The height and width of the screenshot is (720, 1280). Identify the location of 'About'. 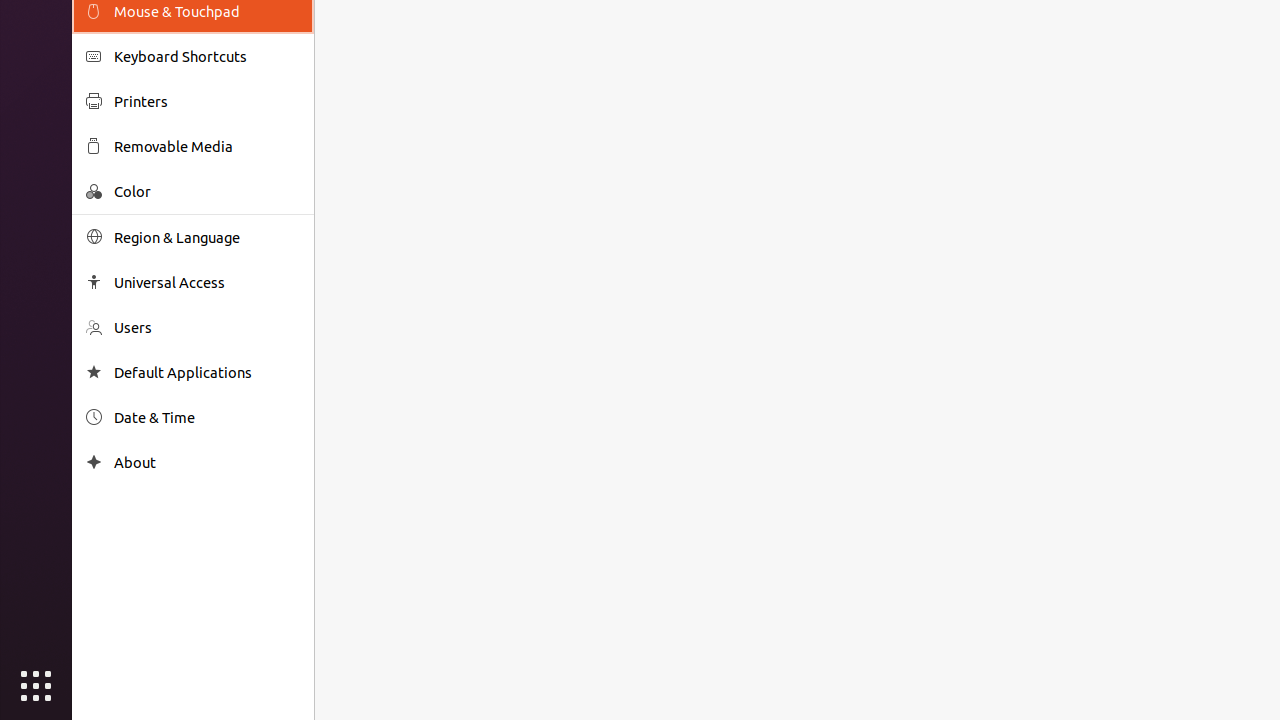
(206, 462).